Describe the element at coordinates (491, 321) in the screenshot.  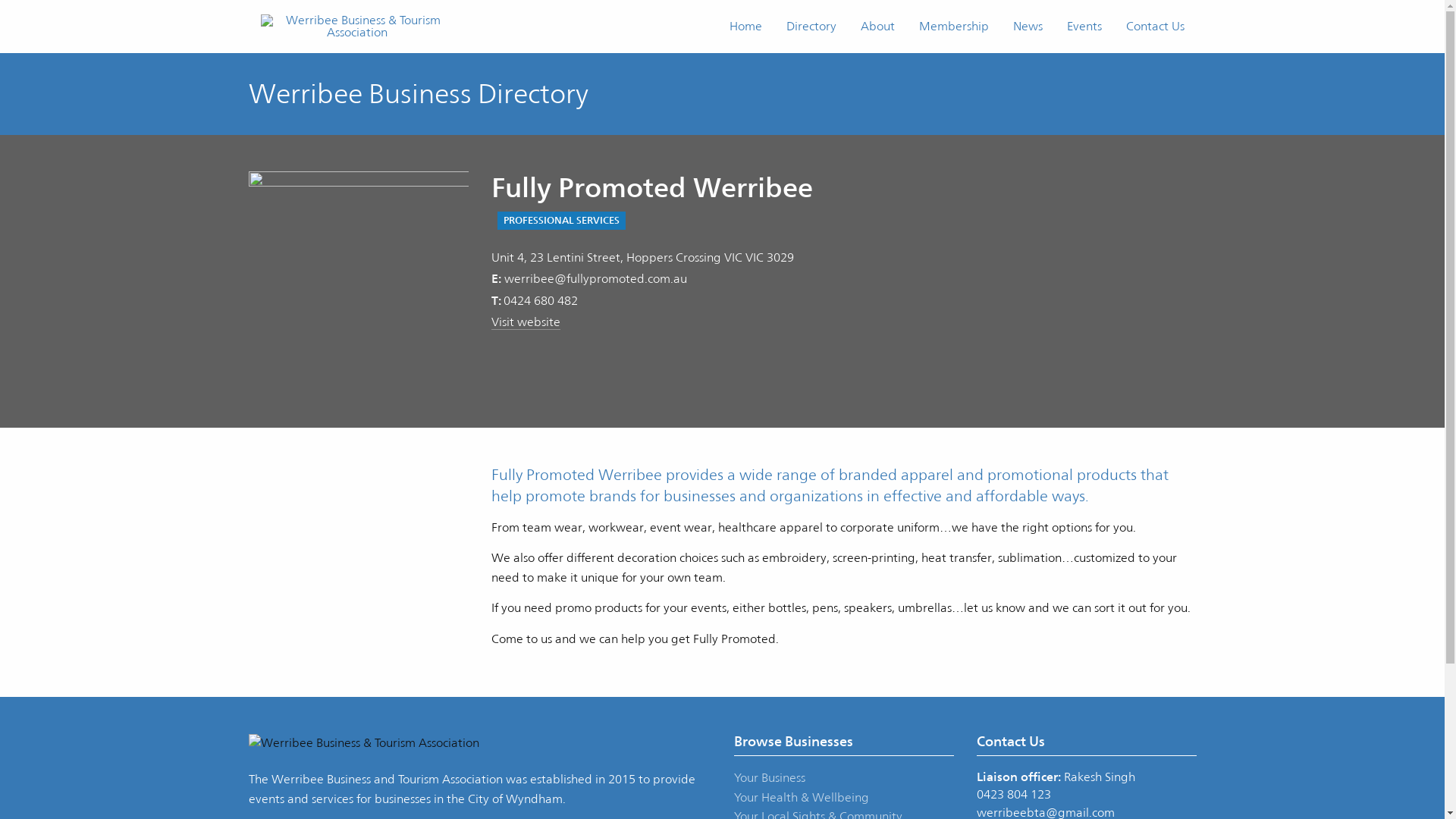
I see `'Visit website'` at that location.